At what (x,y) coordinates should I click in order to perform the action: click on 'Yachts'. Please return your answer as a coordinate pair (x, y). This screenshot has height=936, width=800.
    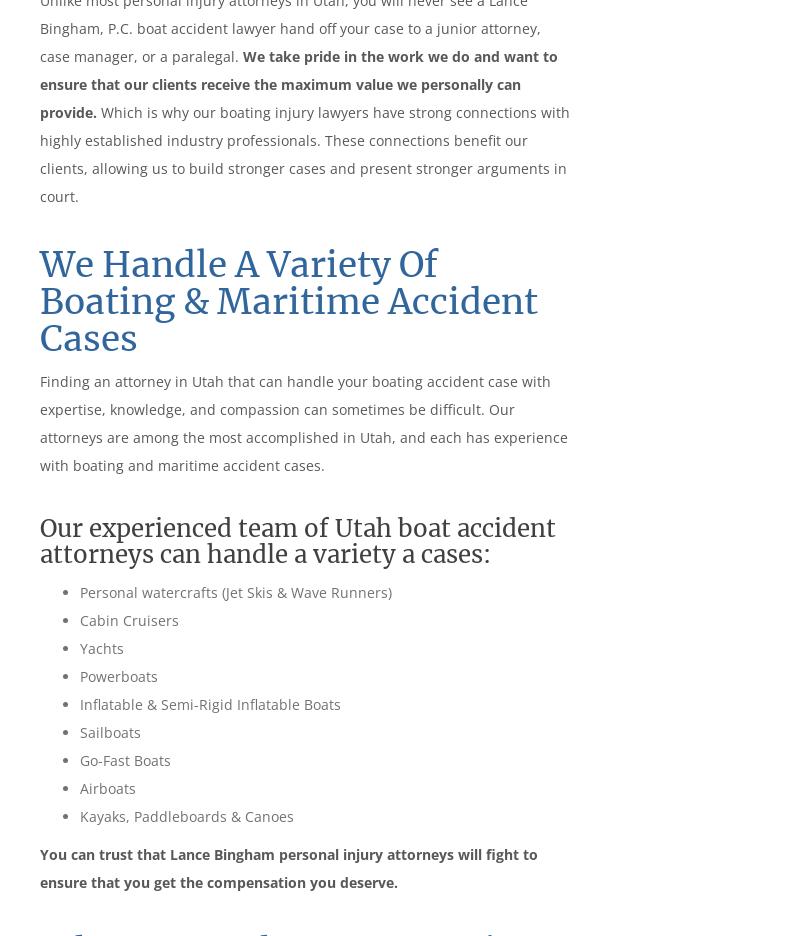
    Looking at the image, I should click on (80, 646).